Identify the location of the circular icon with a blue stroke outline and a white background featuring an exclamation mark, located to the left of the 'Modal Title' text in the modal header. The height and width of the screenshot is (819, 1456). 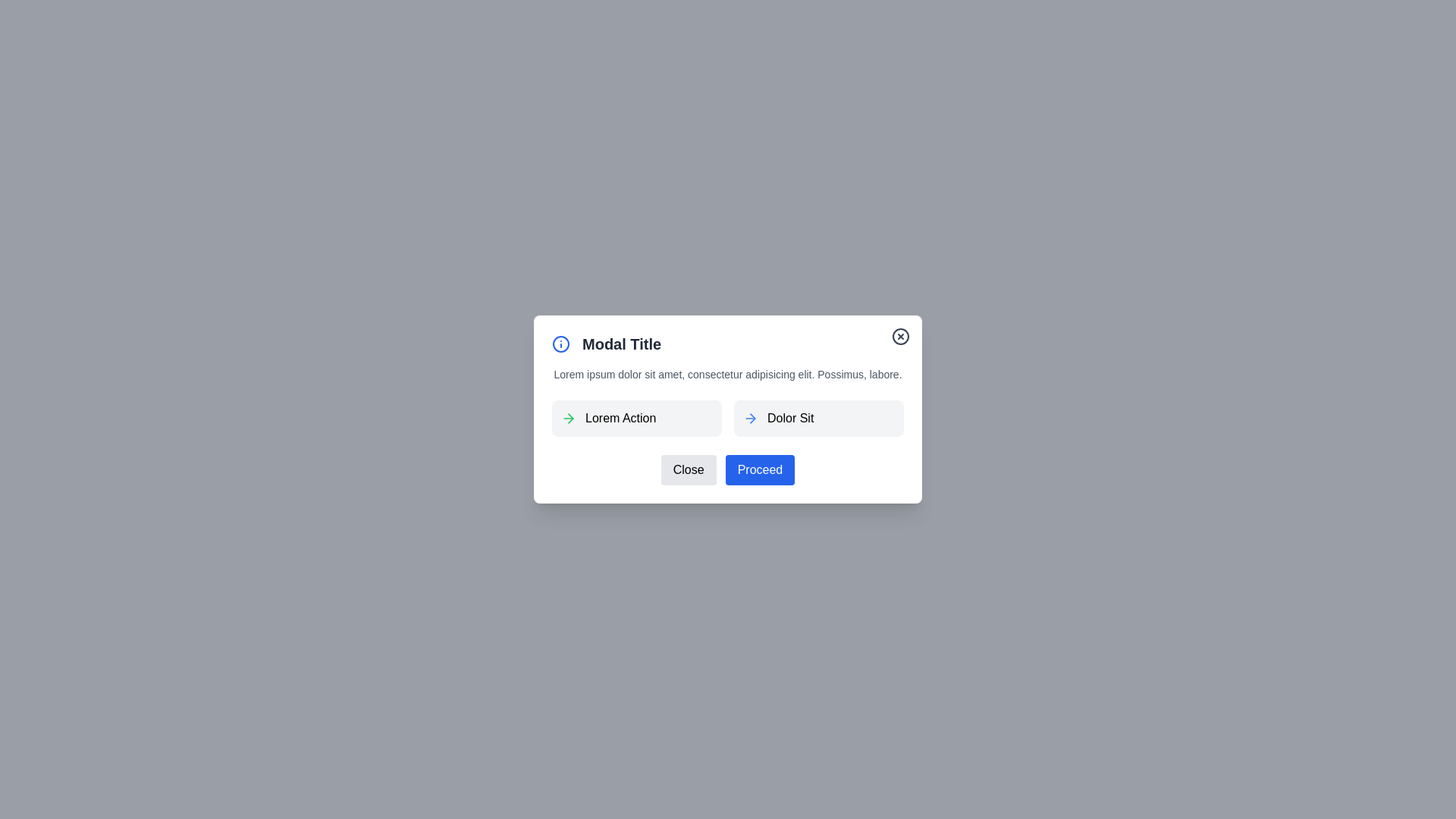
(560, 344).